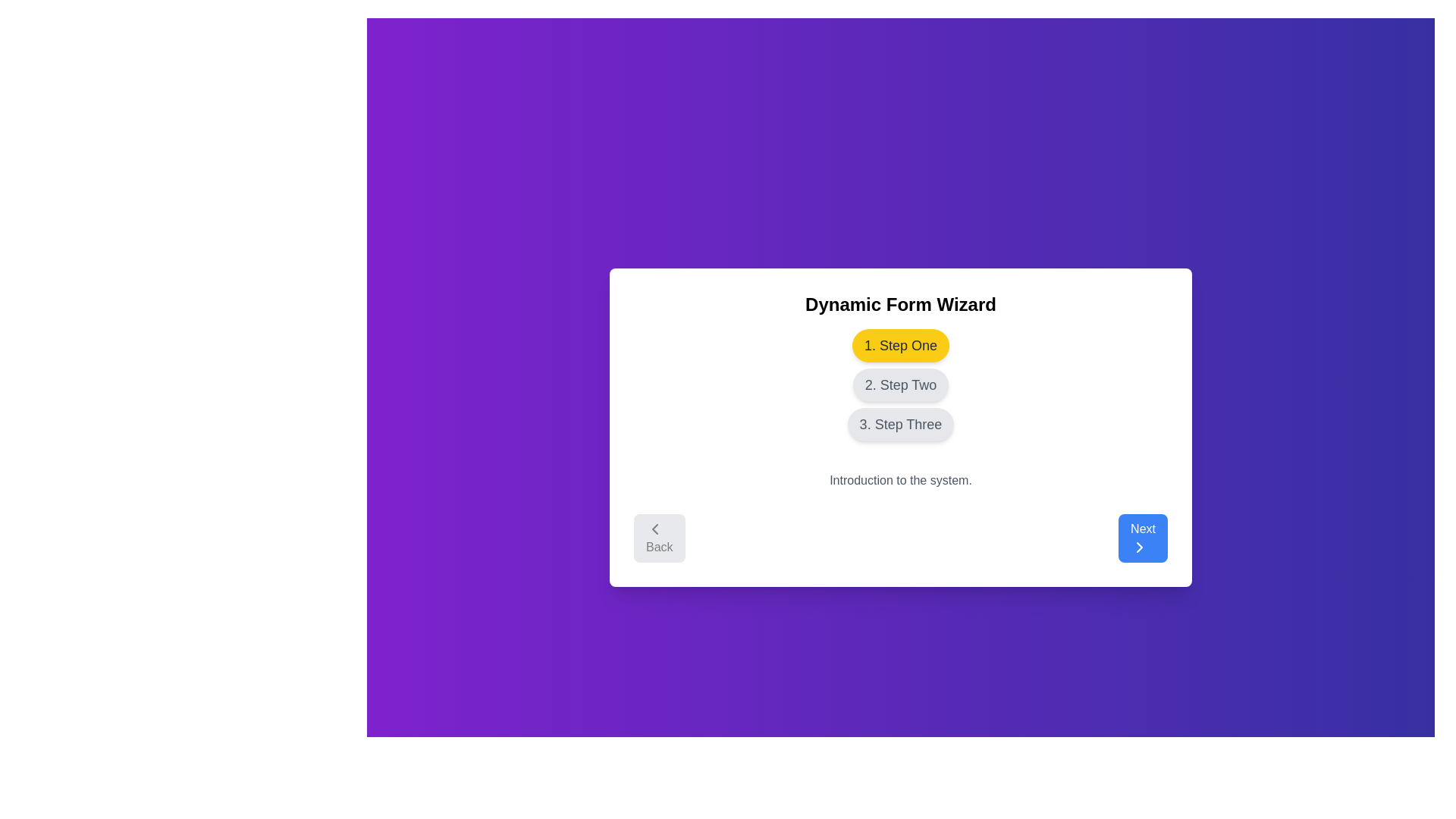  I want to click on the Next button to navigate the steps, so click(1143, 537).